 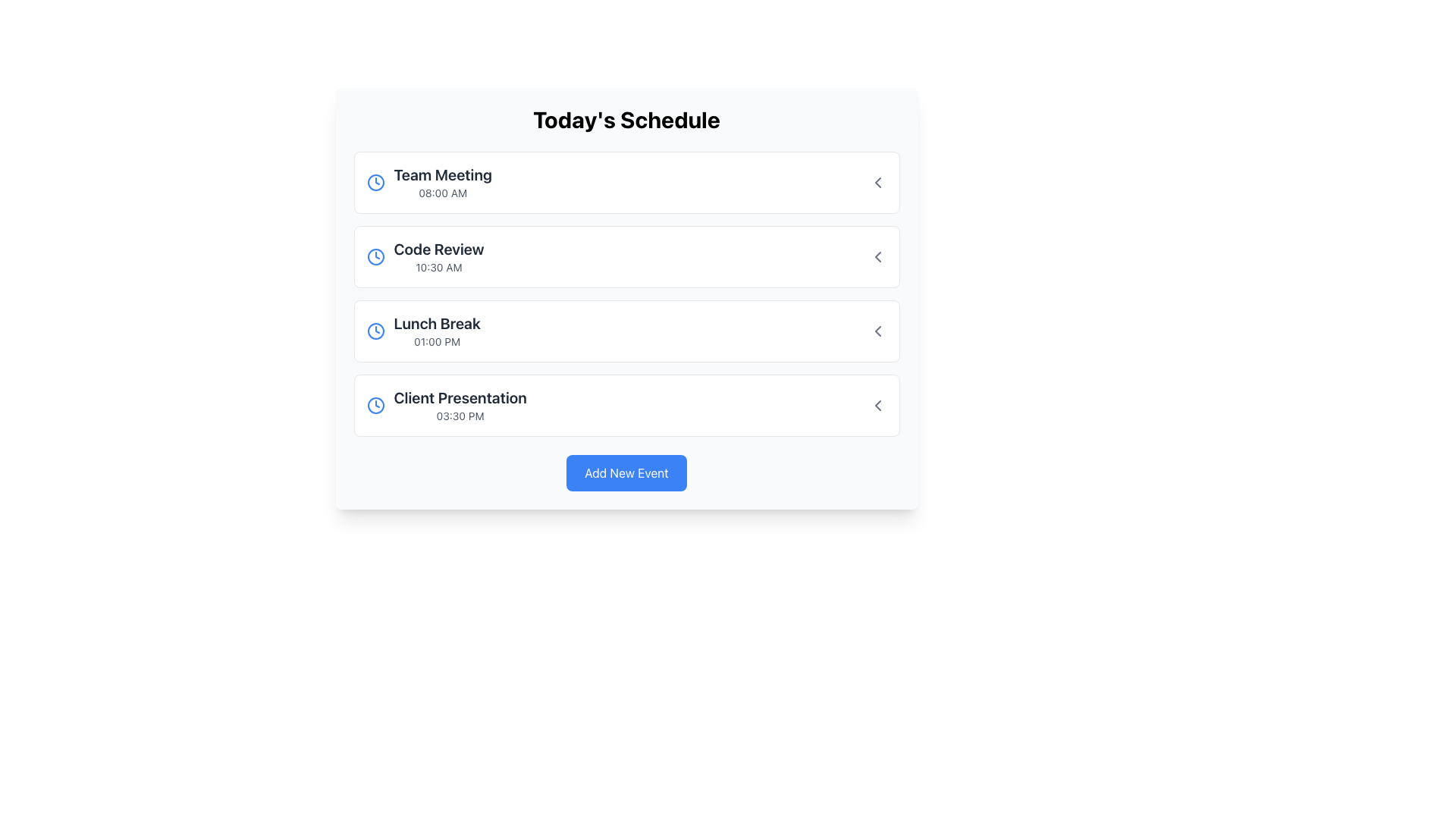 I want to click on the decorative and informational icon located at the beginning of the schedule entry labeled 'Code Review', which is the second entry from the top, positioned to the left of 'Code Review' and above '10:30 AM', so click(x=375, y=256).